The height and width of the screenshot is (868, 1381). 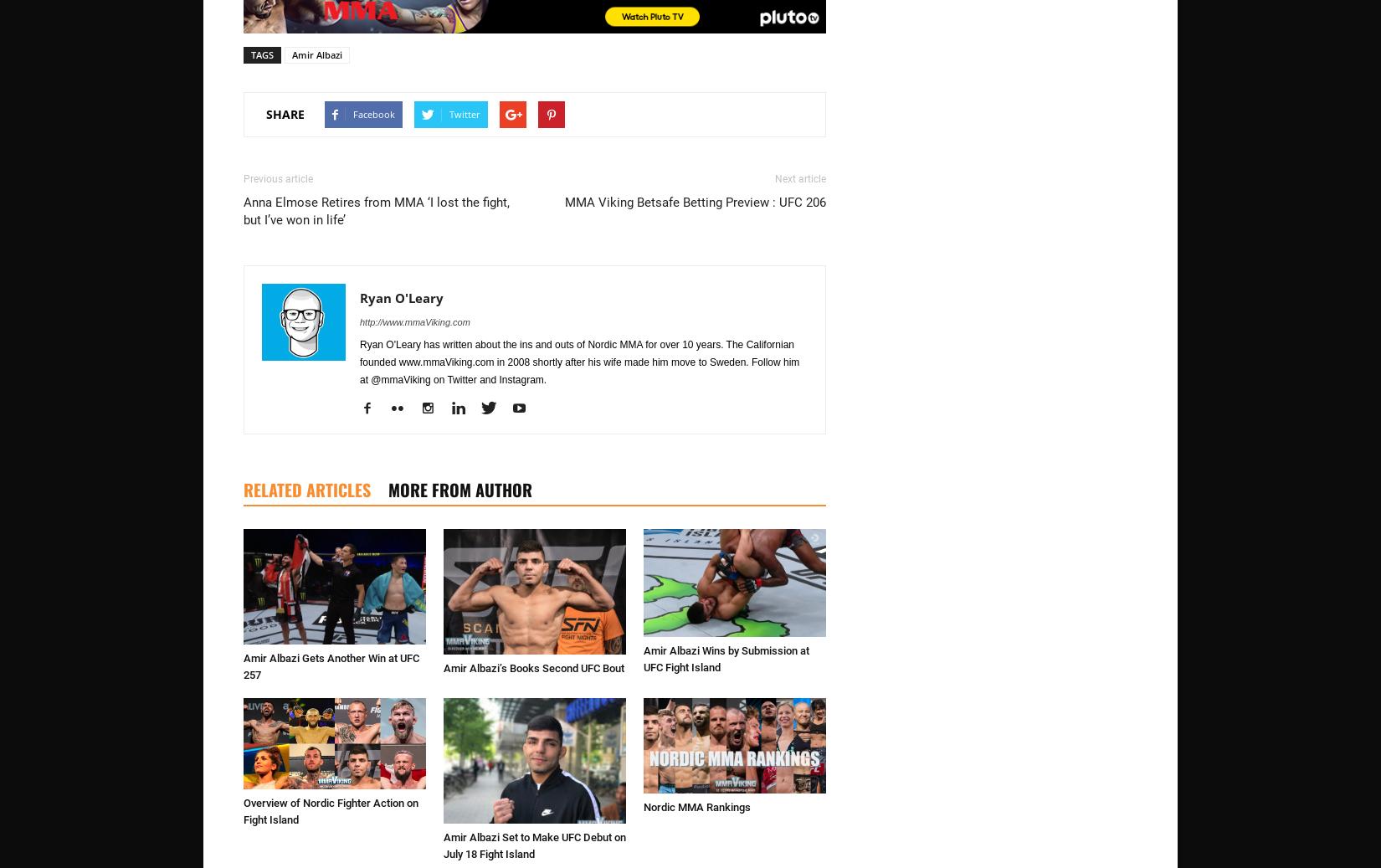 I want to click on 'Previous article', so click(x=244, y=177).